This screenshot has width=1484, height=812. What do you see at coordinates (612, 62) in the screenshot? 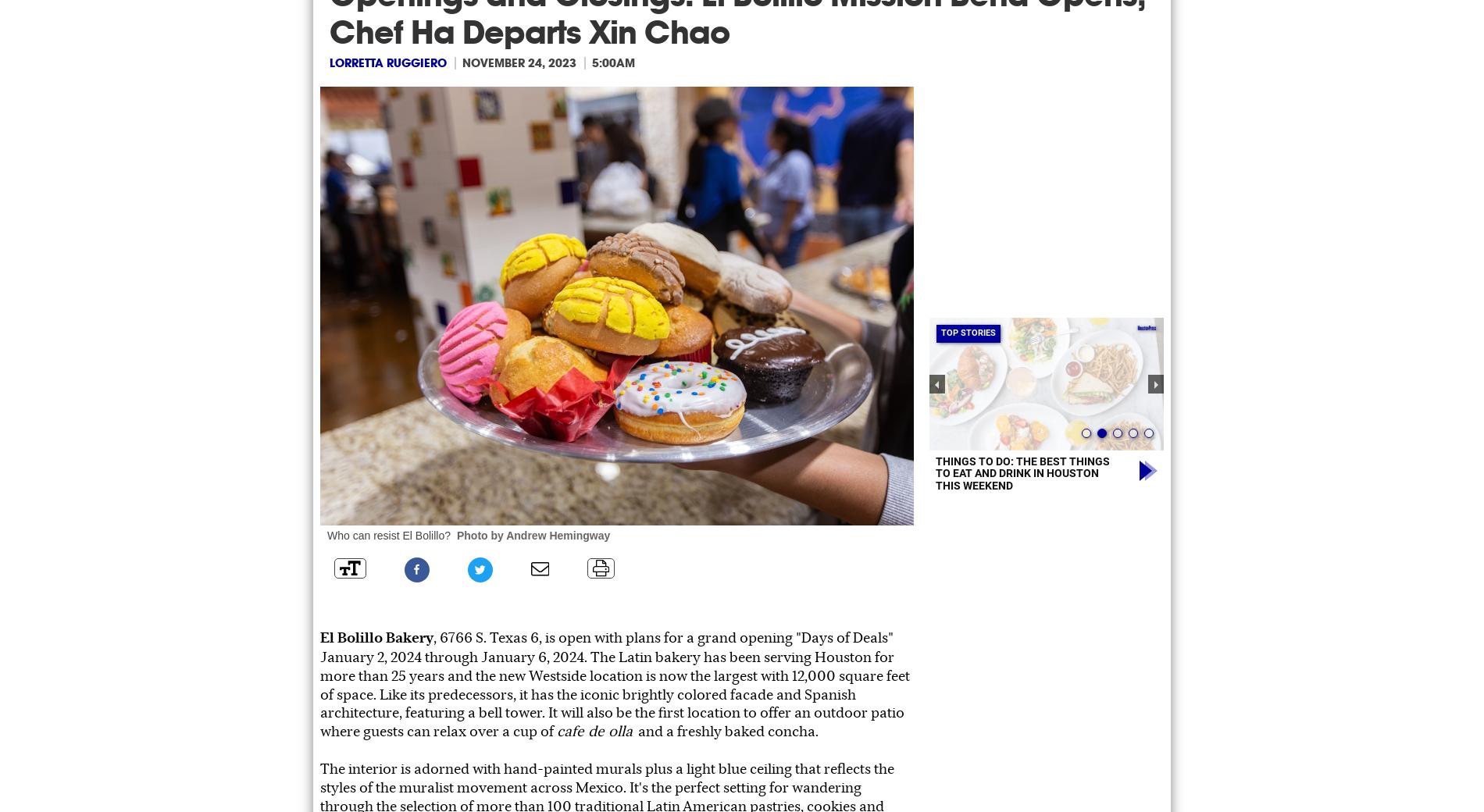
I see `'5:00AM'` at bounding box center [612, 62].